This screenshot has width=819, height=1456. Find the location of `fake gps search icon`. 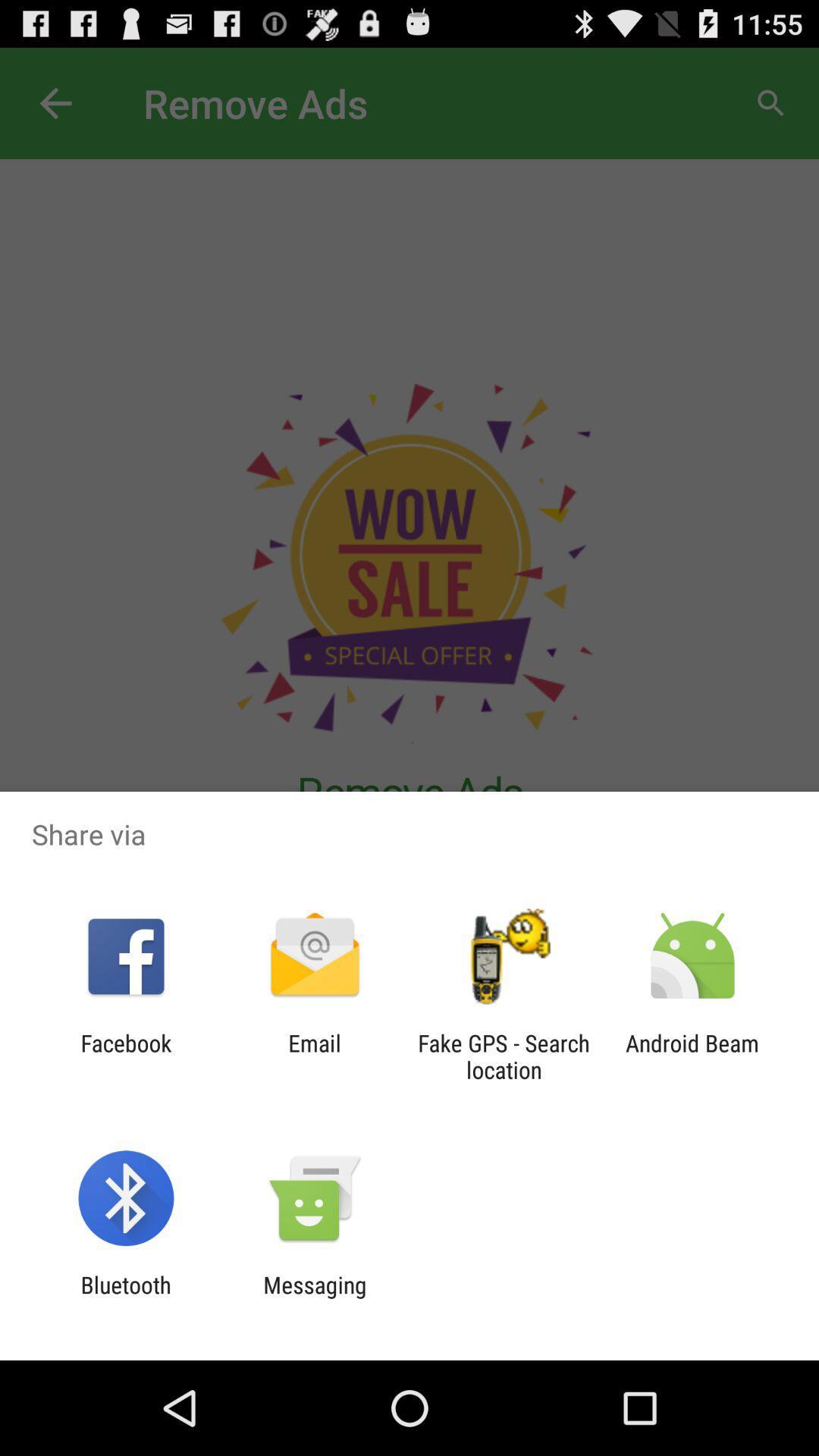

fake gps search icon is located at coordinates (504, 1056).